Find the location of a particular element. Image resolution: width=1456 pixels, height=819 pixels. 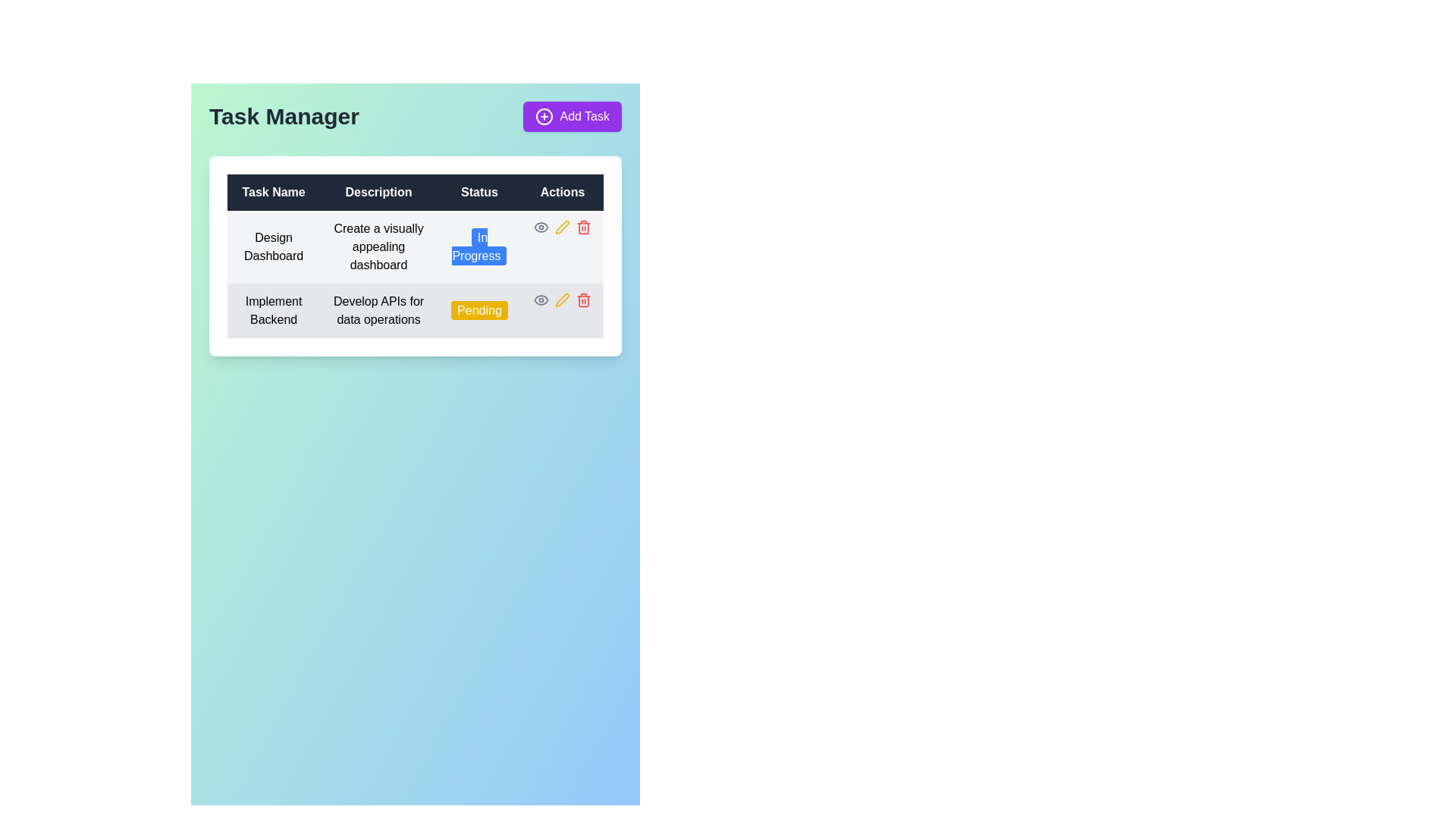

the Static Text displaying 'Create a visually appealing dashboard' located in the 'Description' column of the first row in the table structure is located at coordinates (378, 246).